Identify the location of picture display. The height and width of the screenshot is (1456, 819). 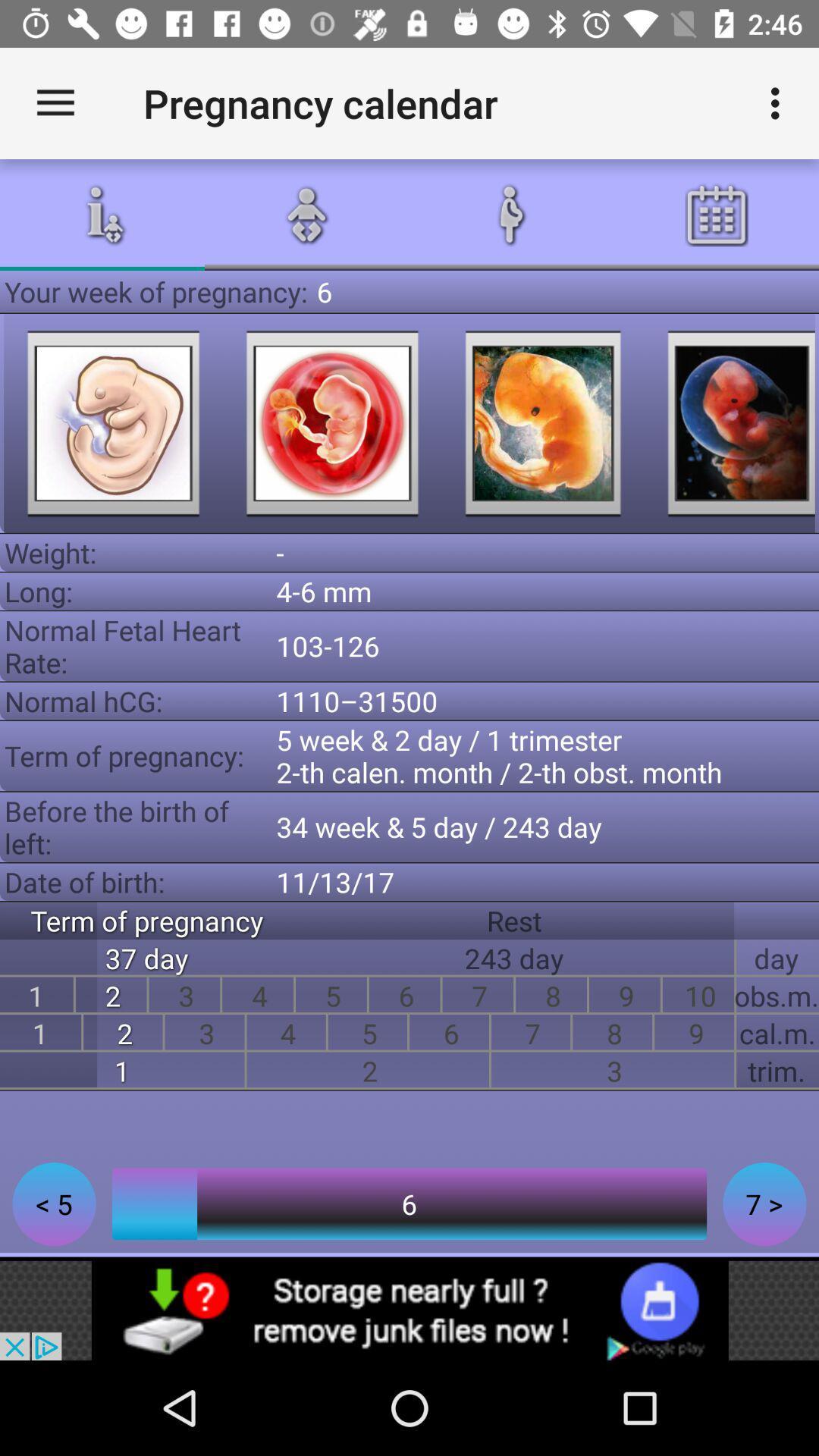
(542, 423).